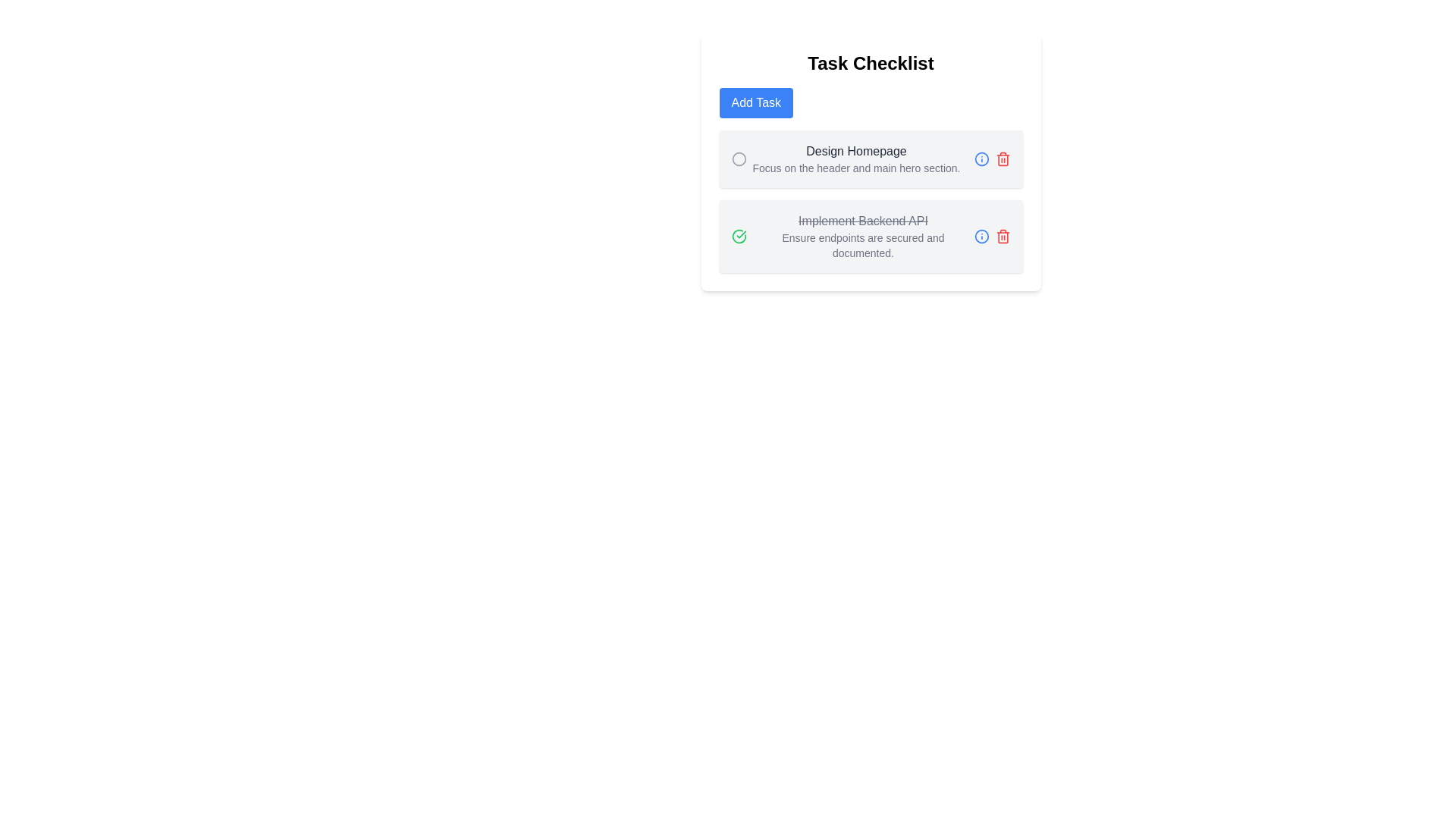  What do you see at coordinates (871, 63) in the screenshot?
I see `text of the Text Header located at the top of the card-like layout, which serves as the title for the content underneath` at bounding box center [871, 63].